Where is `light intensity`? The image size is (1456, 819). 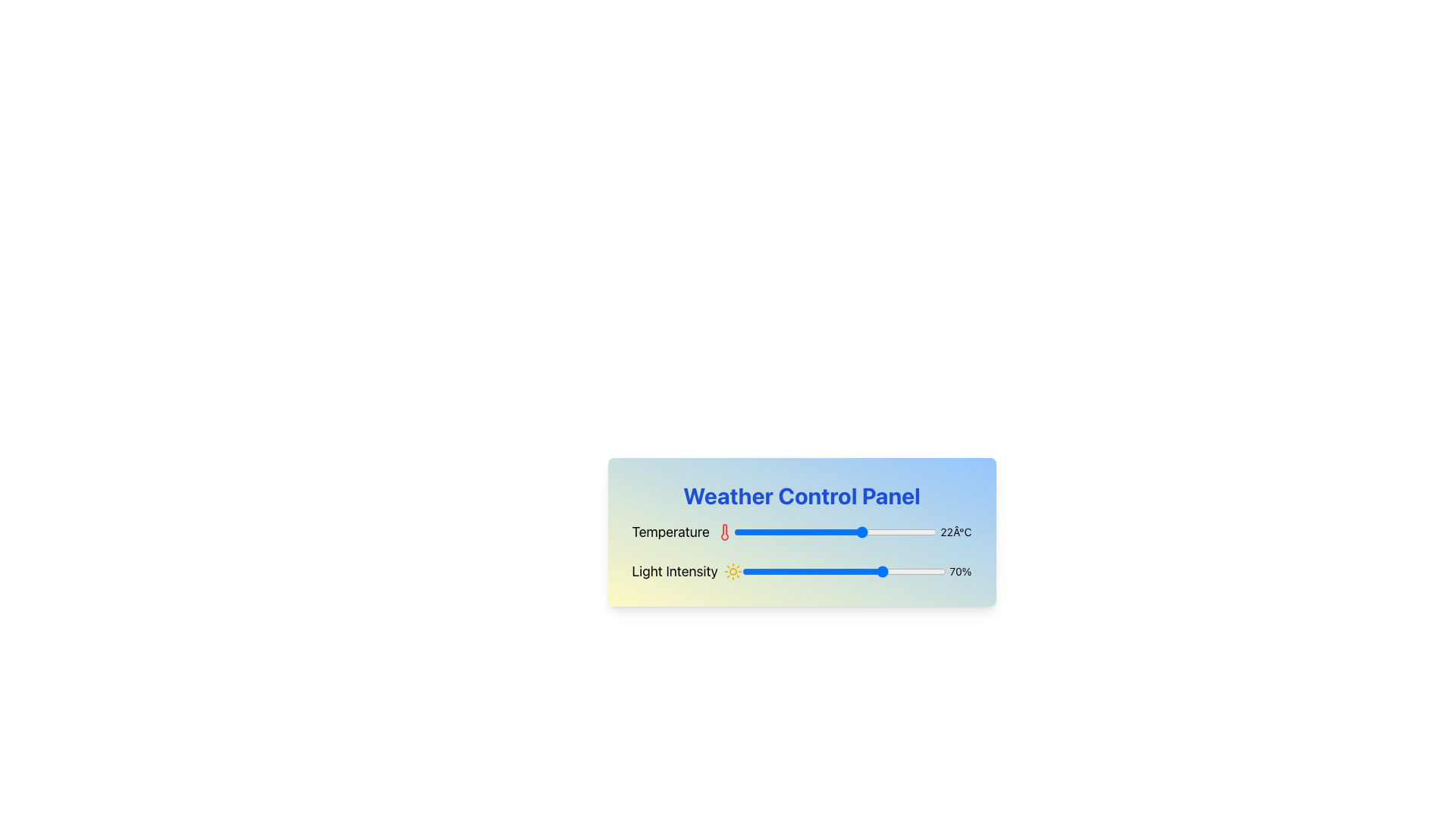 light intensity is located at coordinates (839, 571).